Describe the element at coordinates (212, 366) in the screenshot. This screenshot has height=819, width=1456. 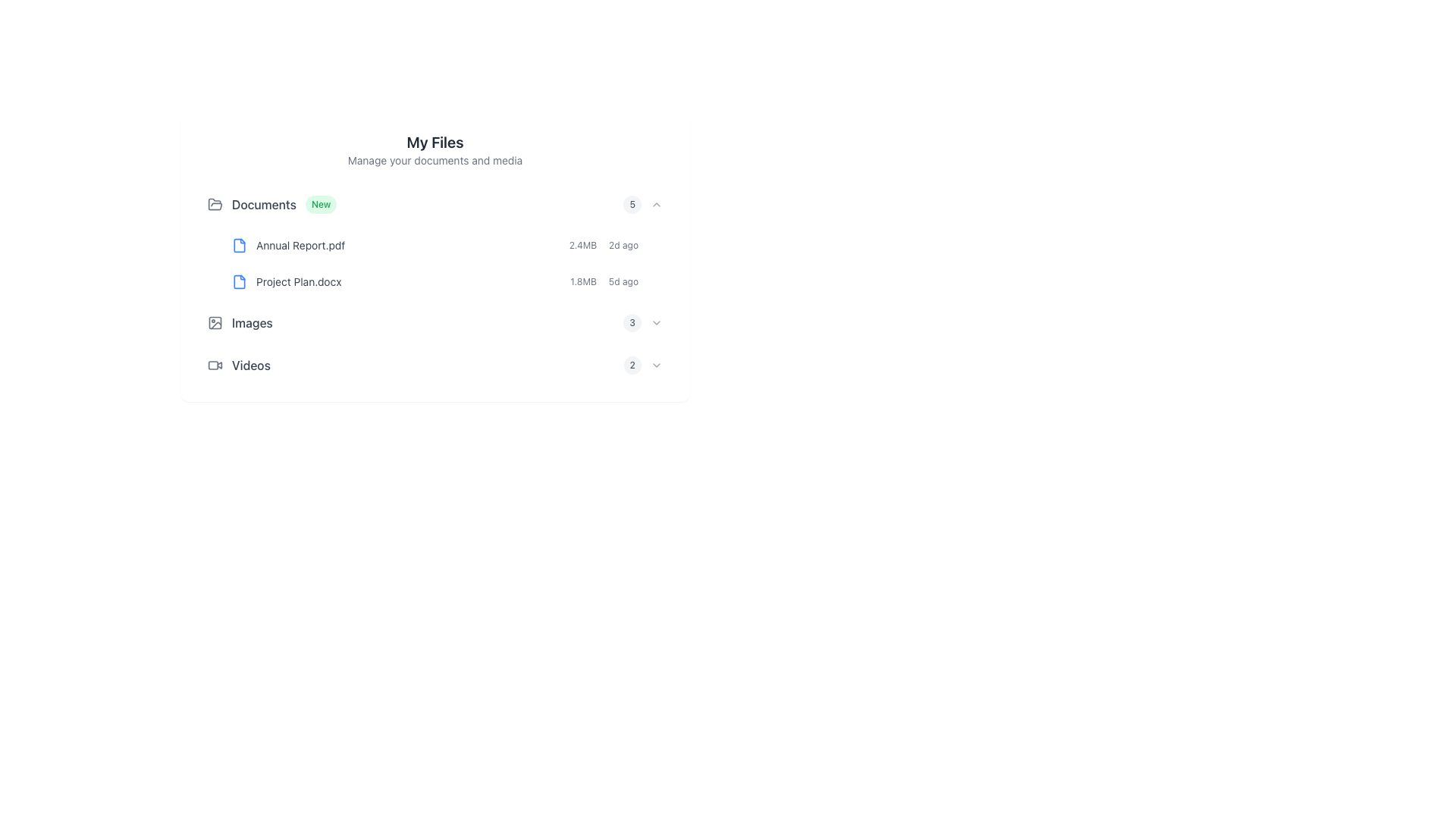
I see `the rectangular SVG component representing a video icon located at the bottom-left of the 'Videos' section header` at that location.